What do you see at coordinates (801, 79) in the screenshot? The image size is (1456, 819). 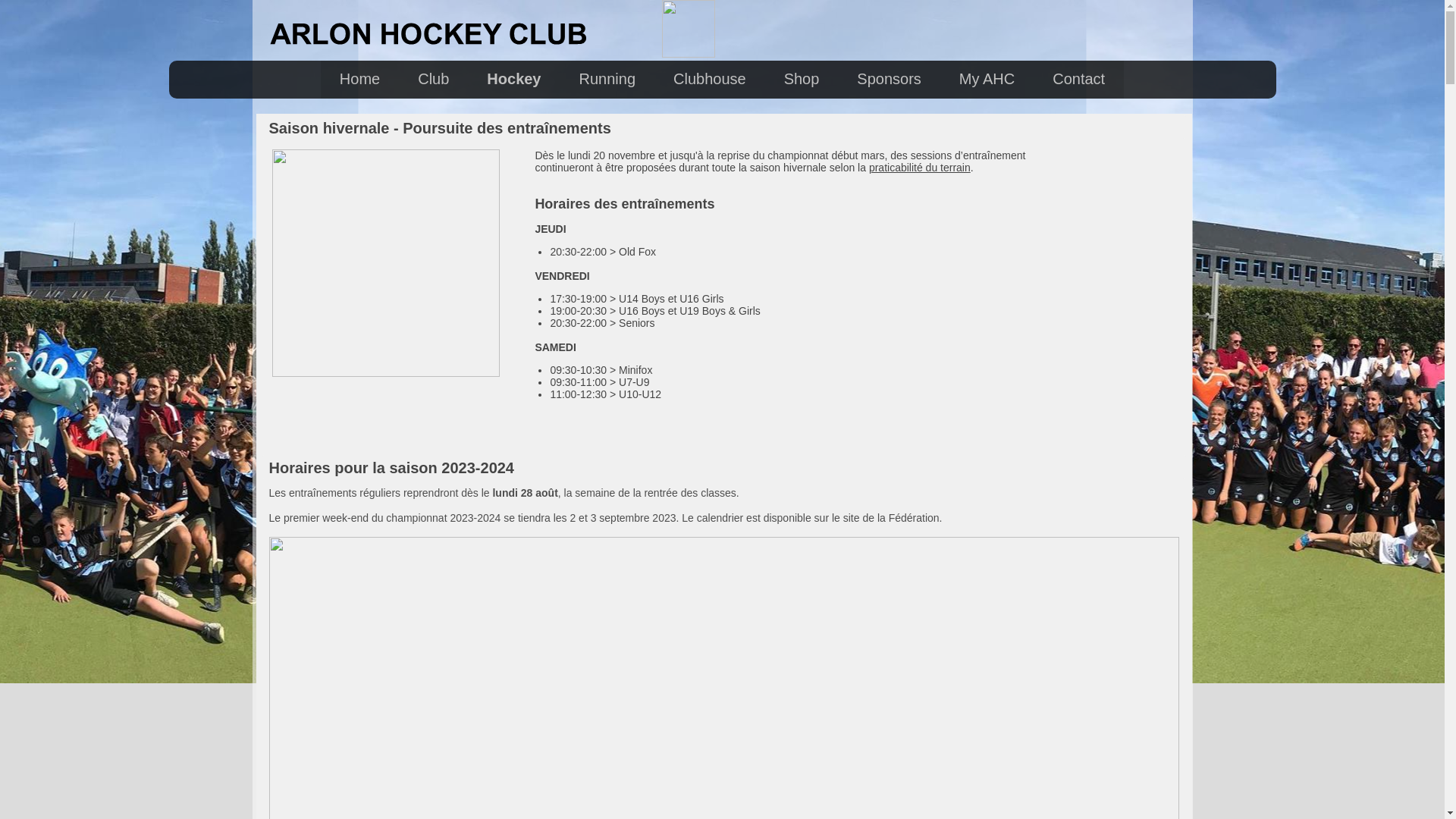 I see `'Shop'` at bounding box center [801, 79].